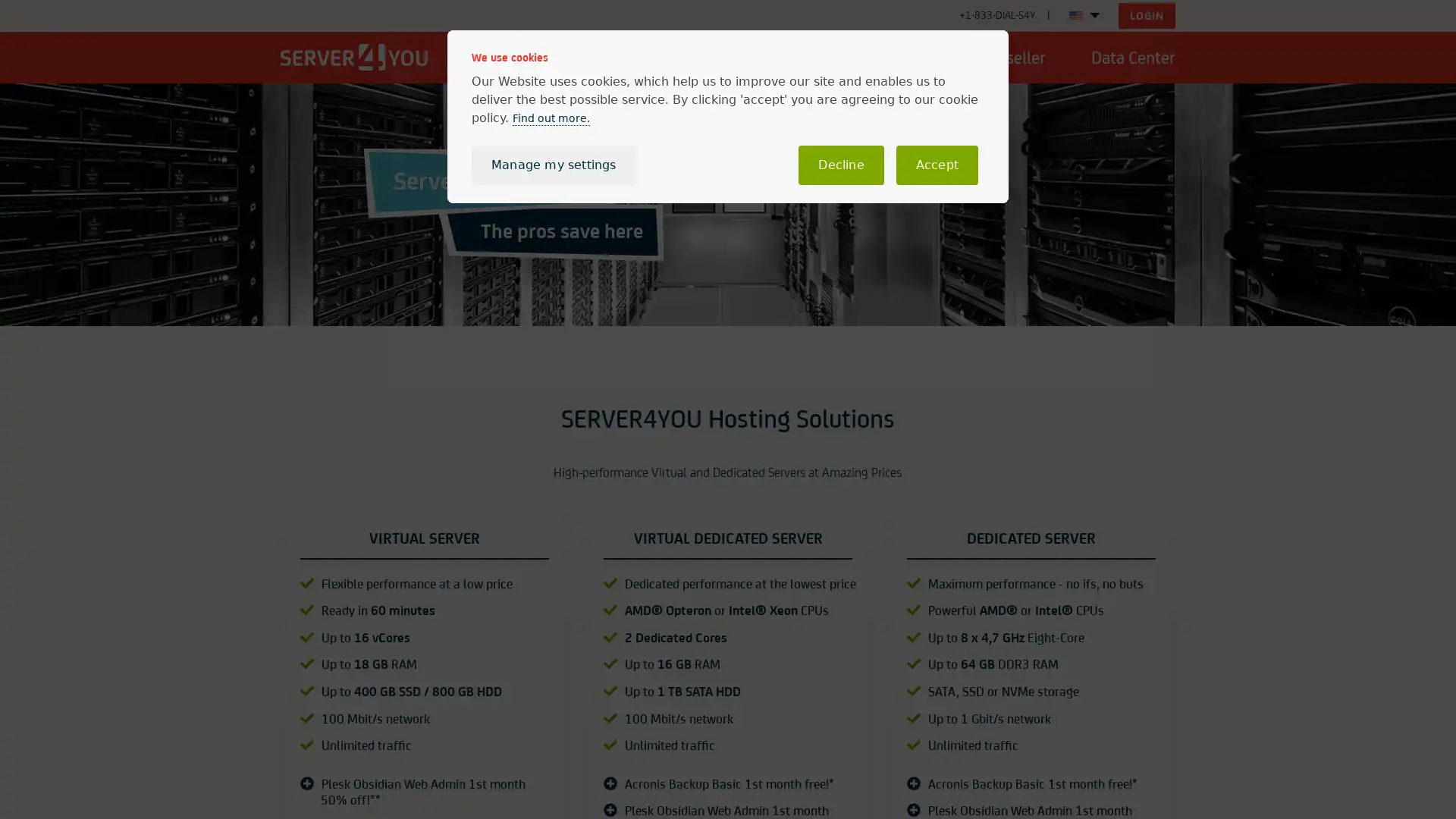 Image resolution: width=1456 pixels, height=819 pixels. Describe the element at coordinates (552, 165) in the screenshot. I see `Manage my settings` at that location.